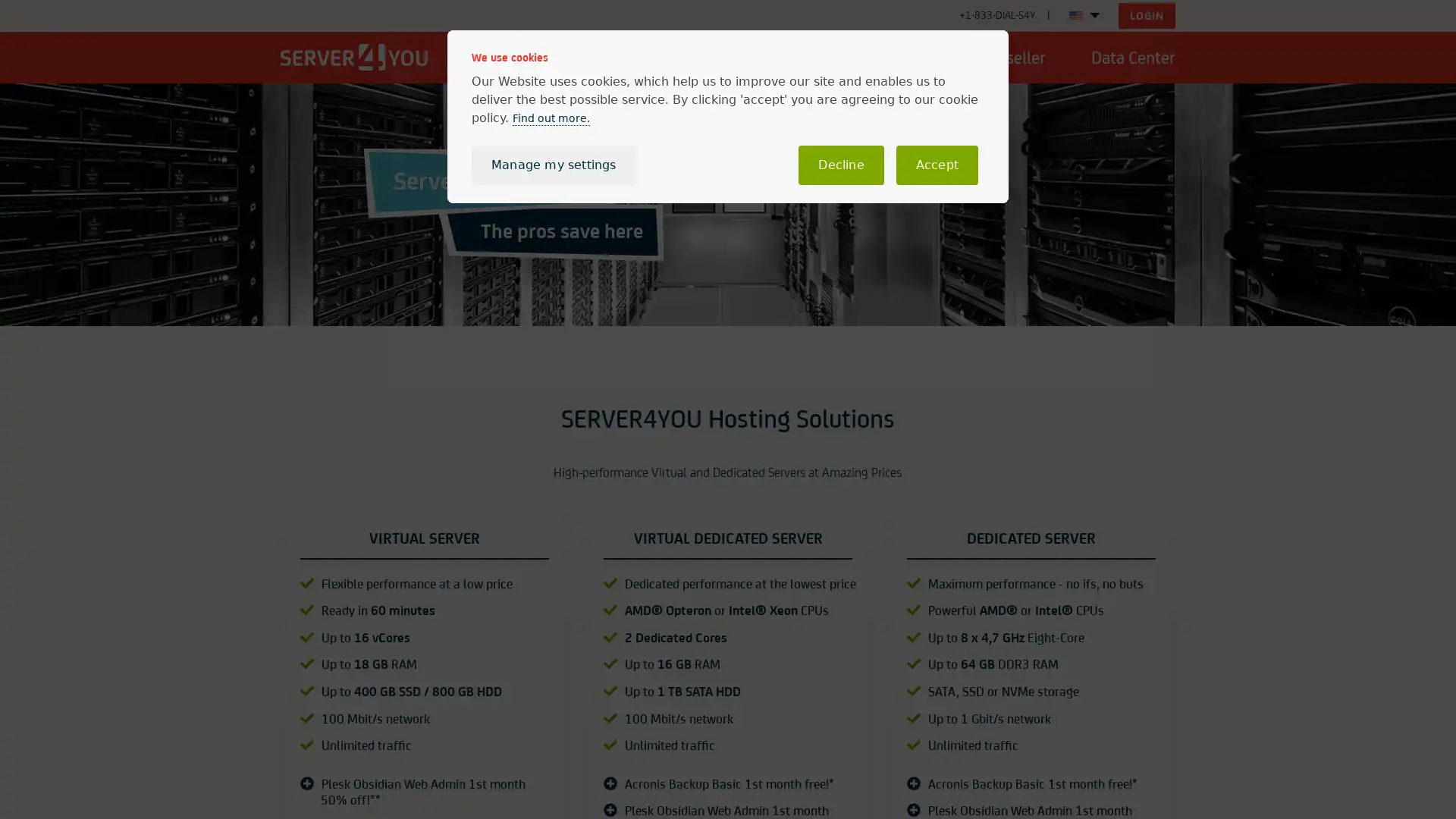 Image resolution: width=1456 pixels, height=819 pixels. Describe the element at coordinates (552, 165) in the screenshot. I see `Manage my settings` at that location.